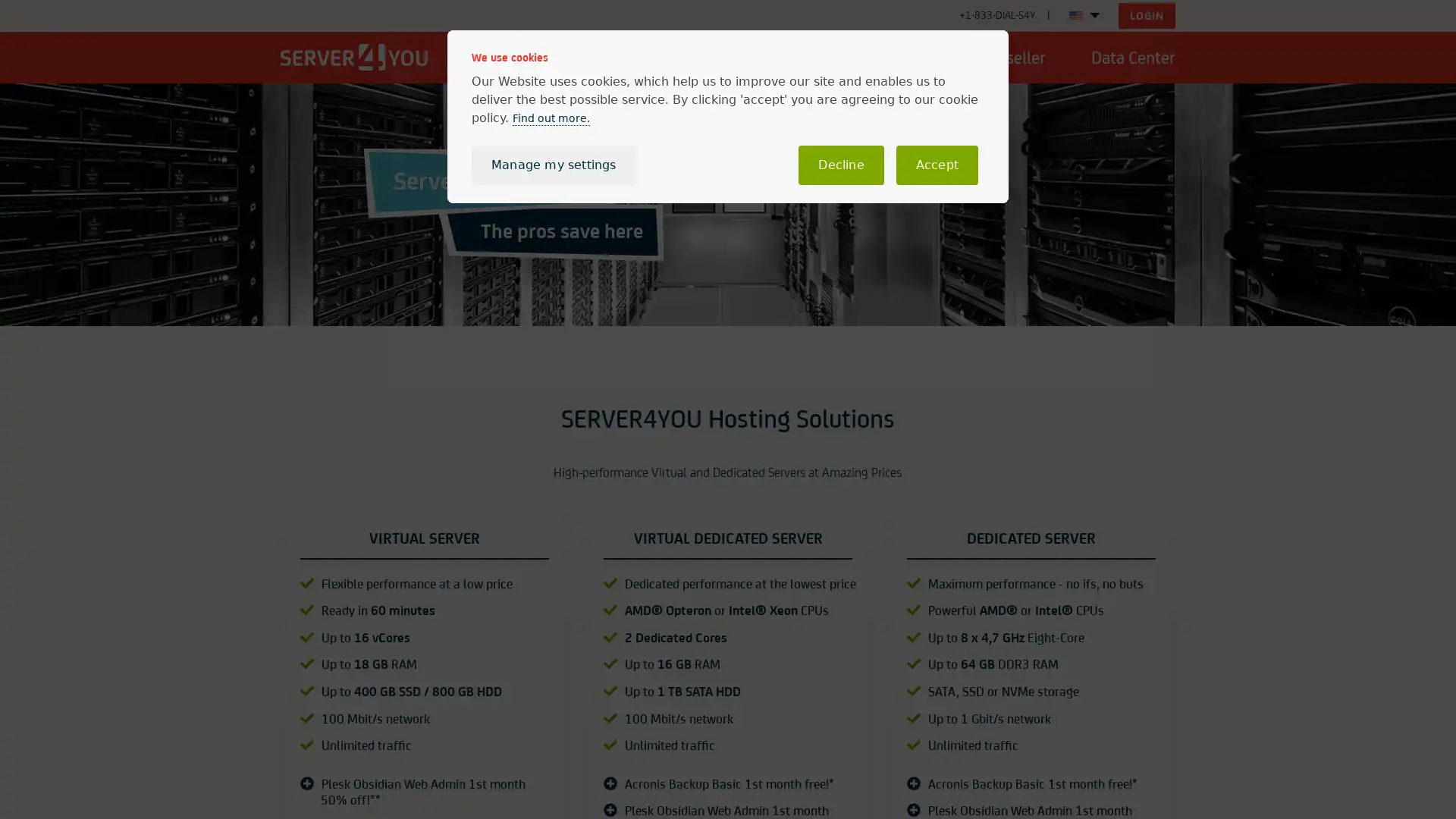 Image resolution: width=1456 pixels, height=819 pixels. Describe the element at coordinates (552, 165) in the screenshot. I see `Manage my settings` at that location.